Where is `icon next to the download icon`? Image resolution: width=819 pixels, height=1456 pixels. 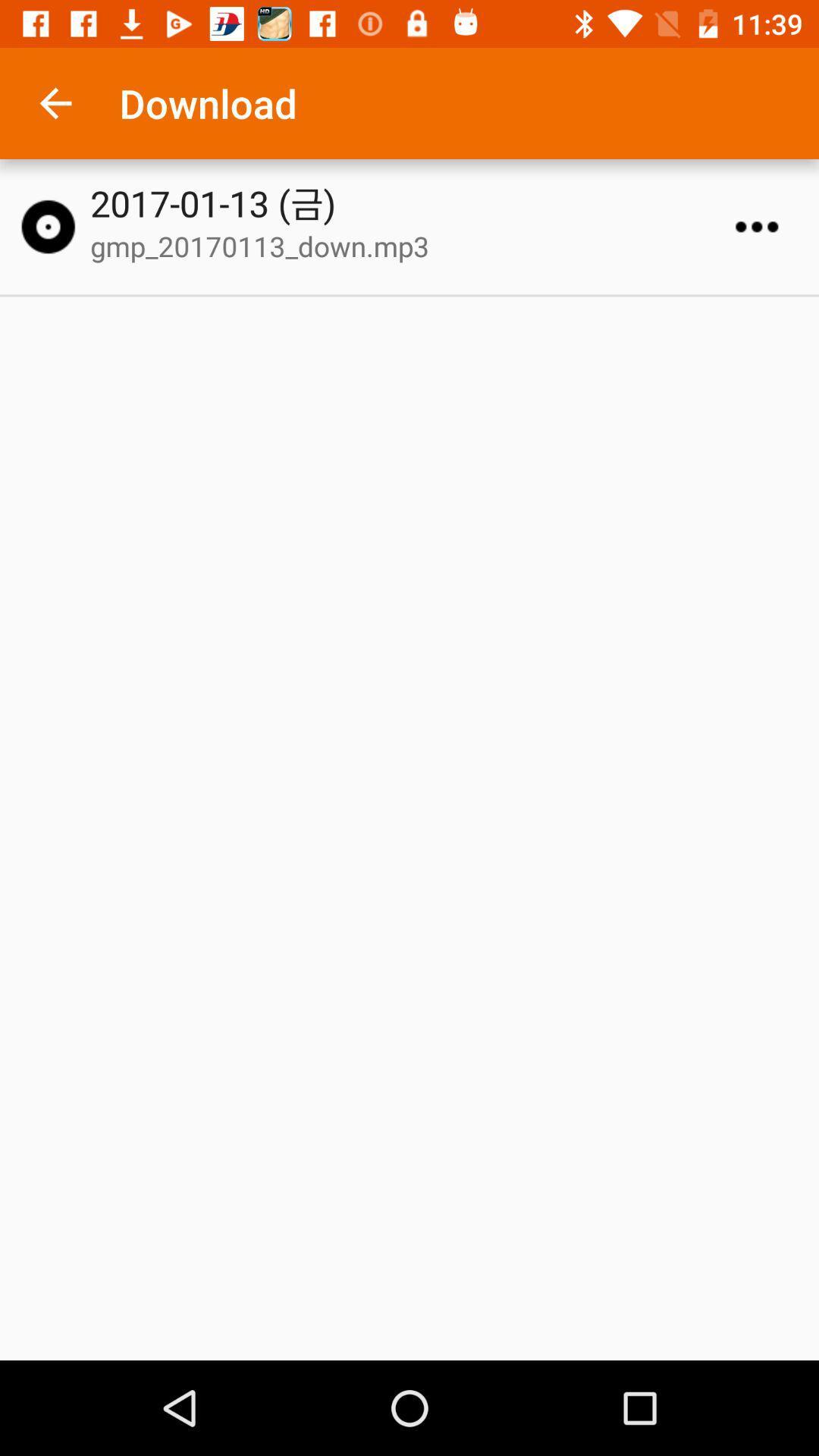
icon next to the download icon is located at coordinates (55, 102).